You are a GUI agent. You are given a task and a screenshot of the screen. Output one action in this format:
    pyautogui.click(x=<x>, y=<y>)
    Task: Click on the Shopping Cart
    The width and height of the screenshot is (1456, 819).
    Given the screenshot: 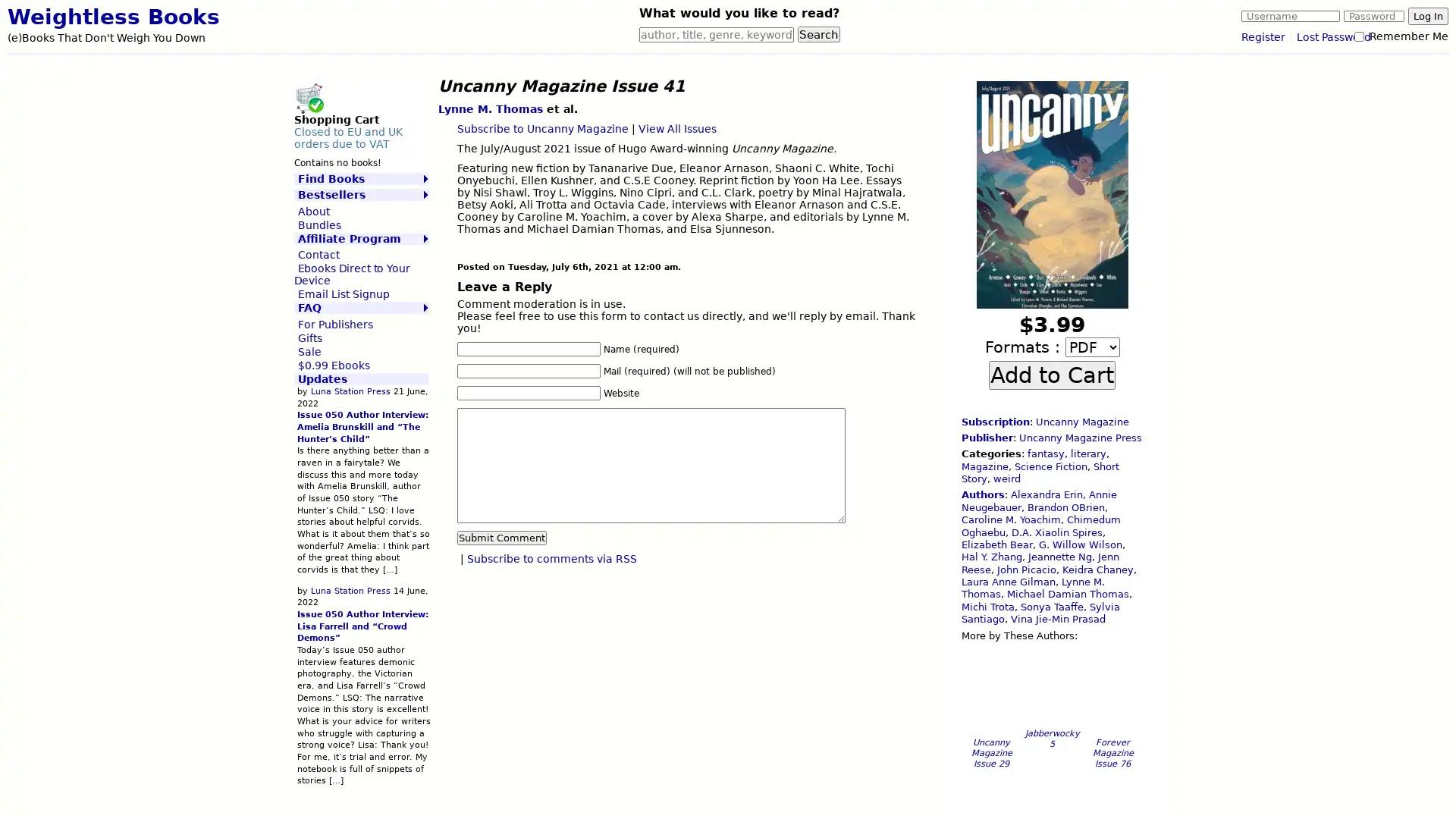 What is the action you would take?
    pyautogui.click(x=308, y=97)
    